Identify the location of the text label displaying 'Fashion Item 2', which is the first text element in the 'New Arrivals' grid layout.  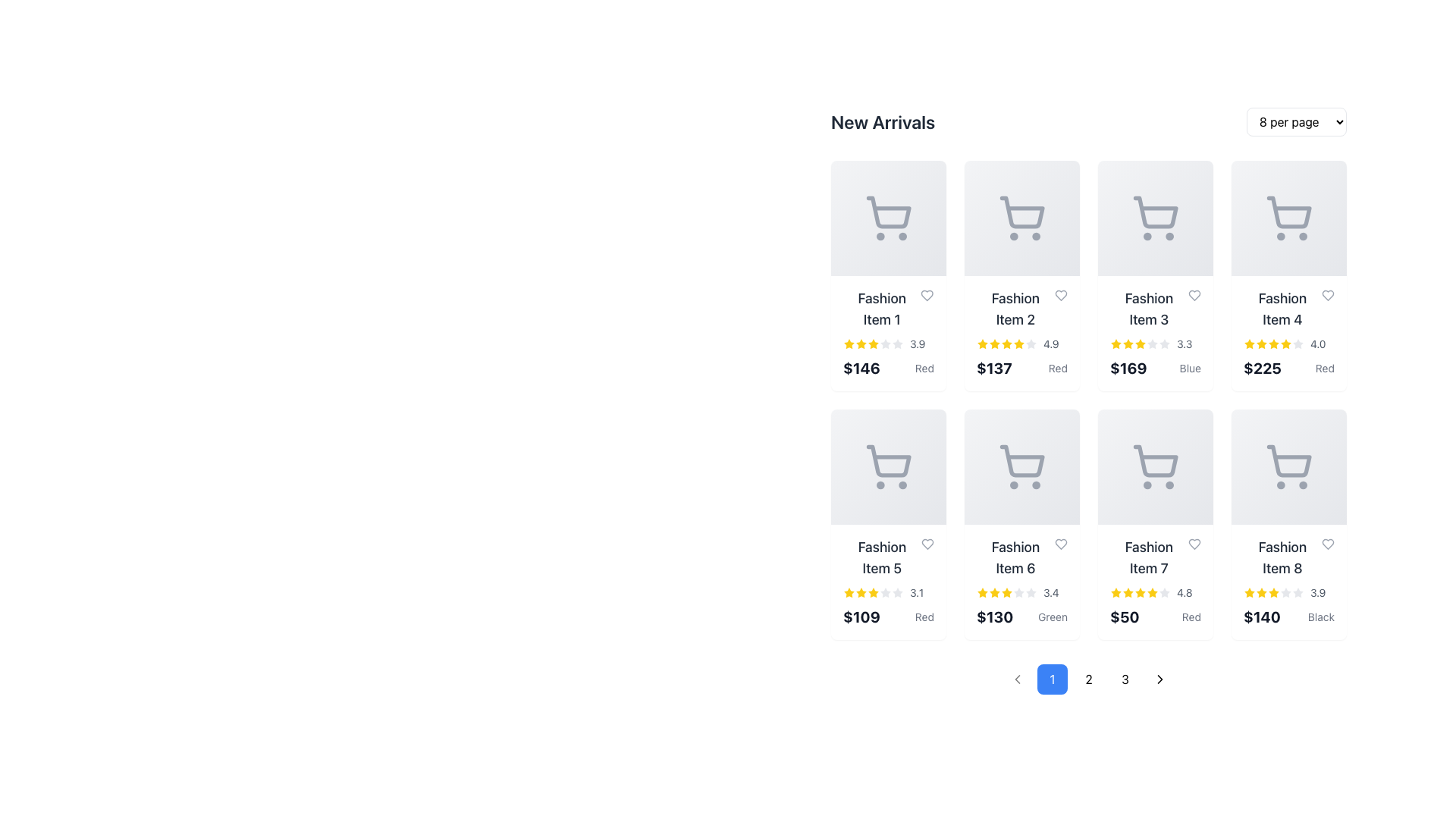
(1015, 309).